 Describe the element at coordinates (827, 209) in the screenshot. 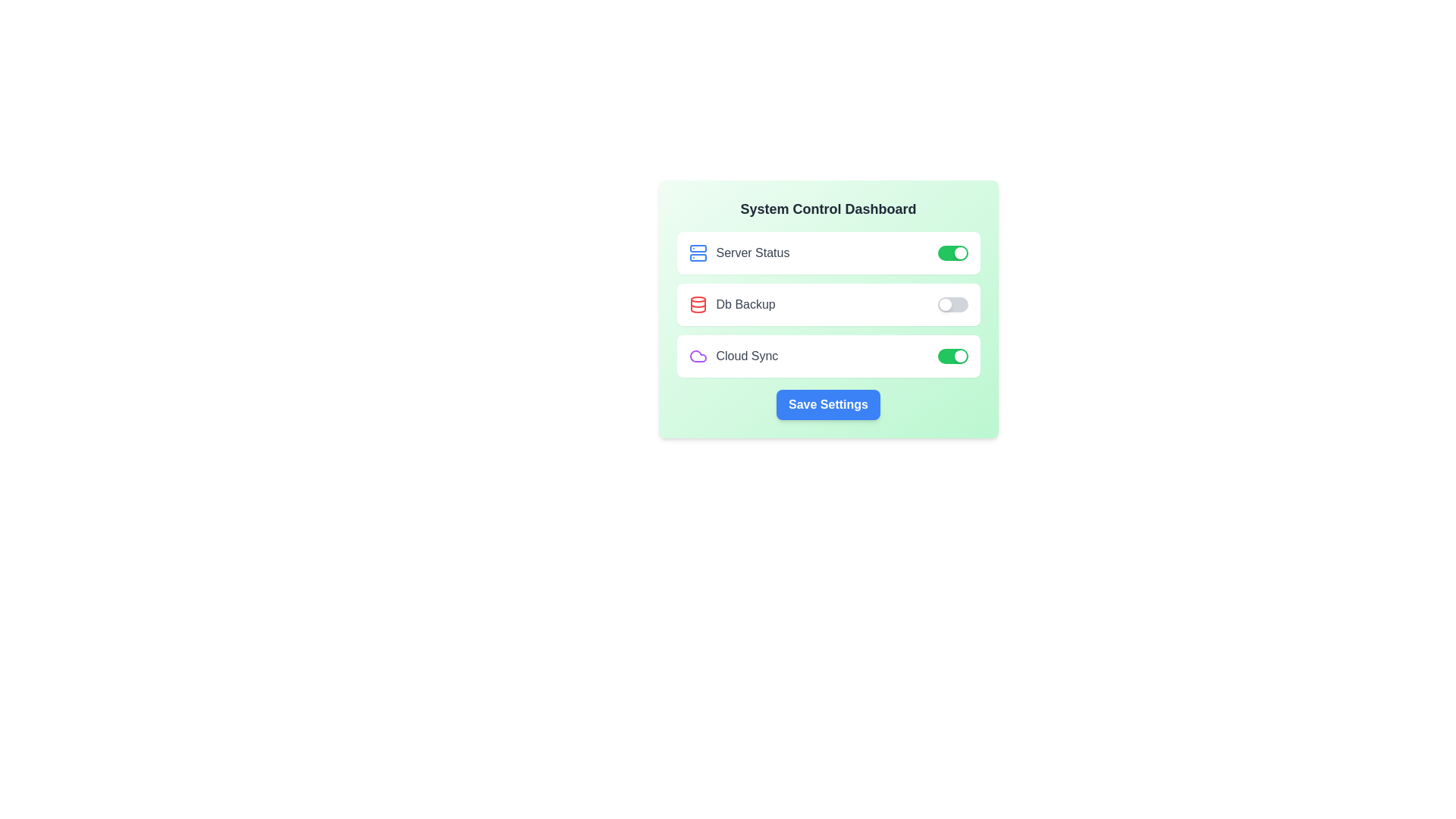

I see `the 'System Control Dashboard' title` at that location.